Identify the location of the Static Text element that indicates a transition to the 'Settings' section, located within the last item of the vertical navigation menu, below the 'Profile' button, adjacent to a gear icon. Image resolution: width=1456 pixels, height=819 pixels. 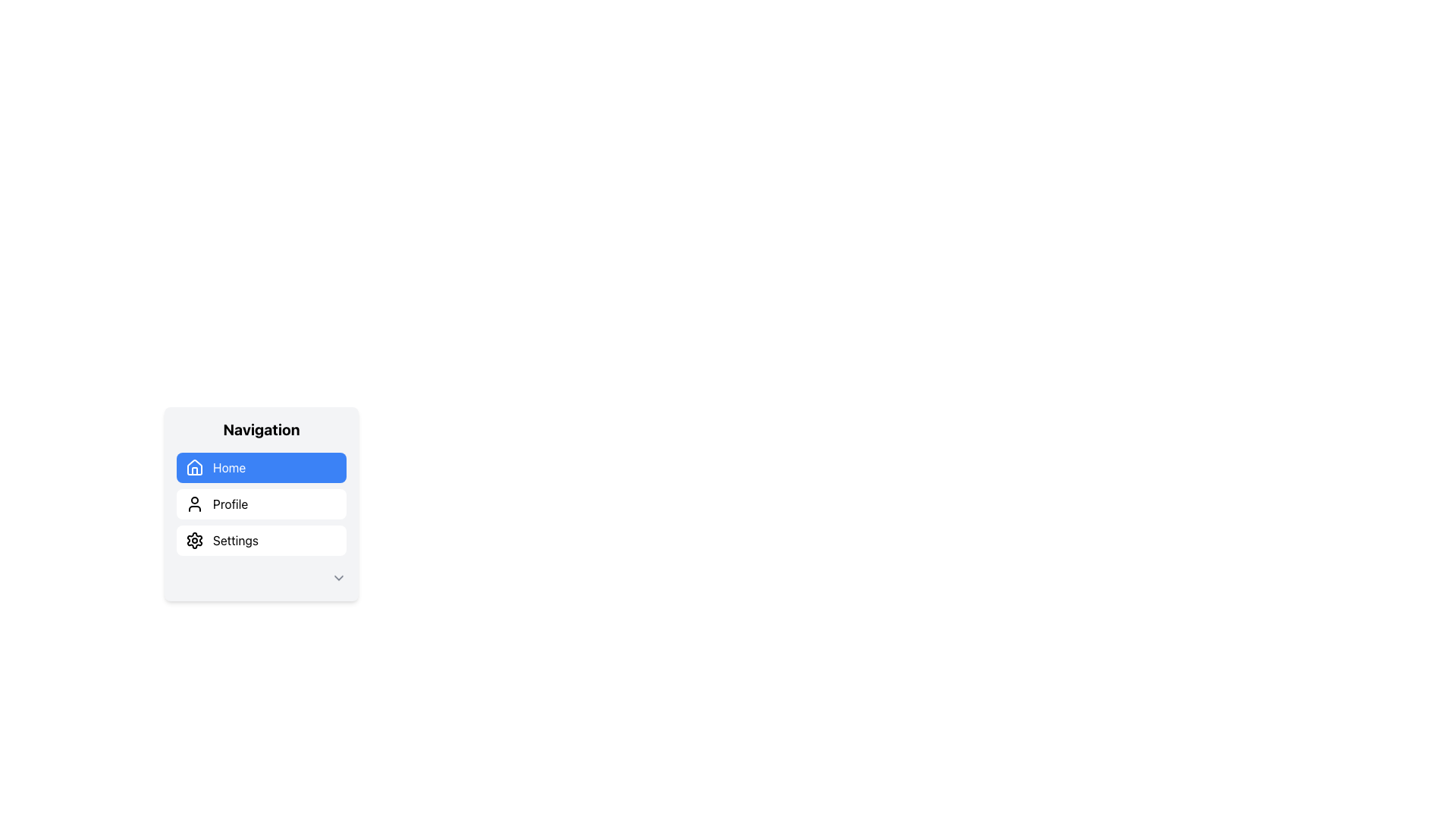
(234, 540).